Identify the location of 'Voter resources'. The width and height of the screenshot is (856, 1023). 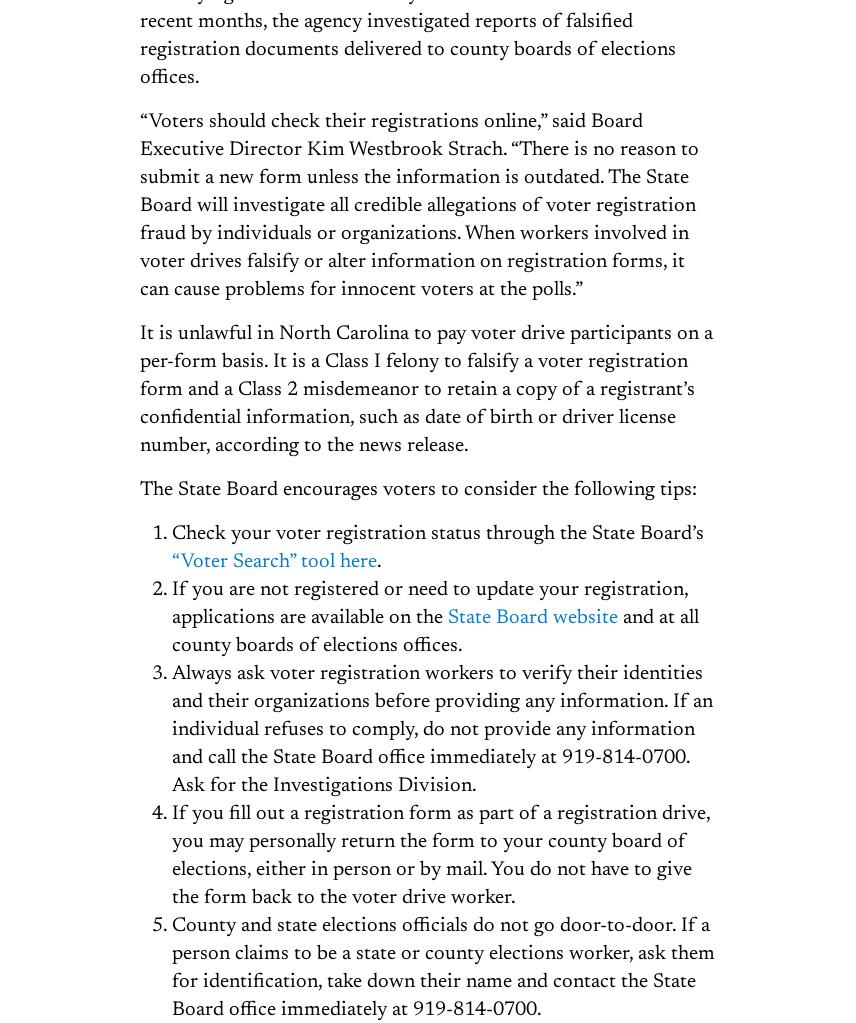
(359, 581).